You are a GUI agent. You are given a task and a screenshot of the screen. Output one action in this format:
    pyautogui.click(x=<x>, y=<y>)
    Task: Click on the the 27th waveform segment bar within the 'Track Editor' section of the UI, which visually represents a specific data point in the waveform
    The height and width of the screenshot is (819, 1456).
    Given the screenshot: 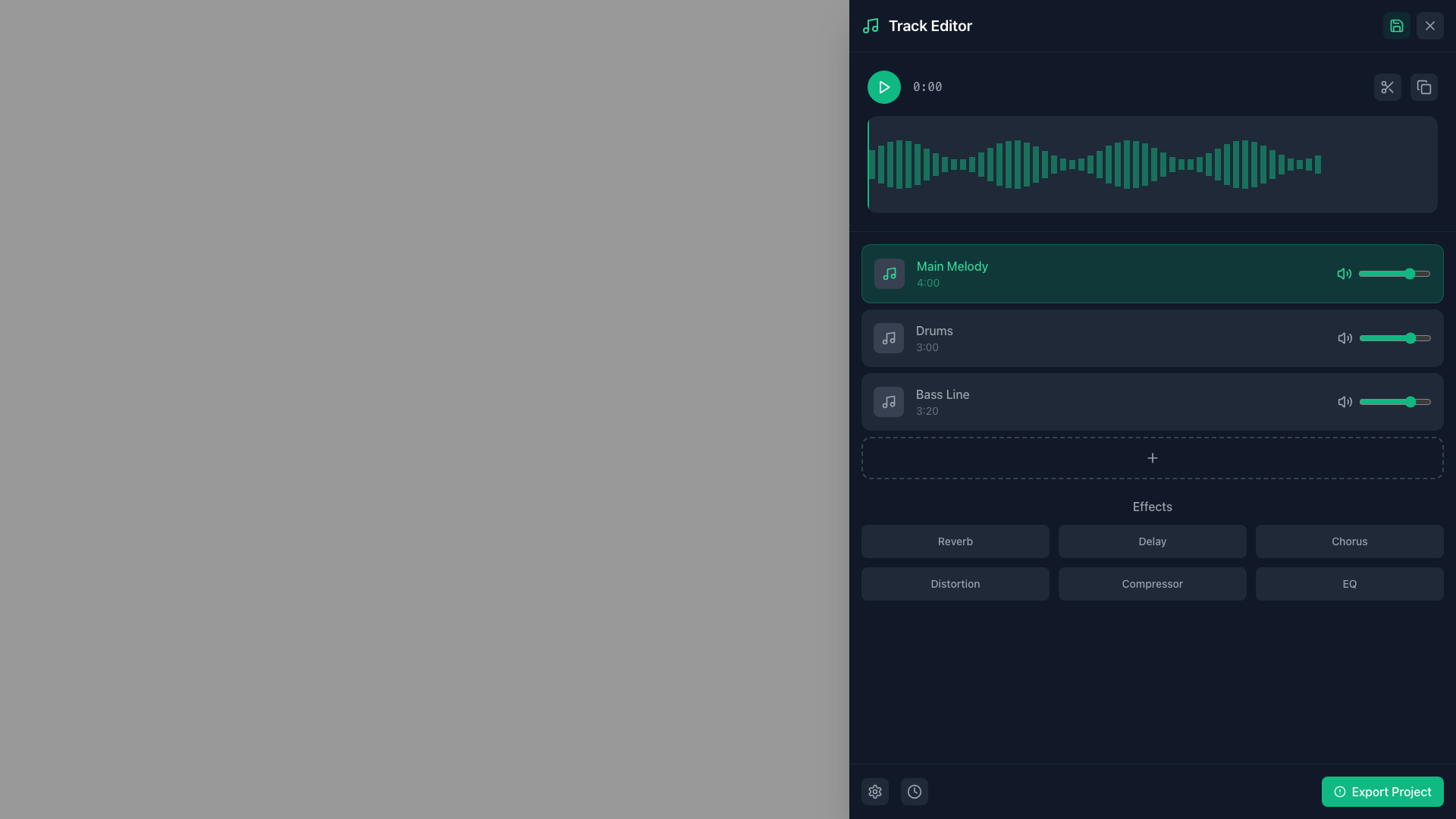 What is the action you would take?
    pyautogui.click(x=1090, y=164)
    